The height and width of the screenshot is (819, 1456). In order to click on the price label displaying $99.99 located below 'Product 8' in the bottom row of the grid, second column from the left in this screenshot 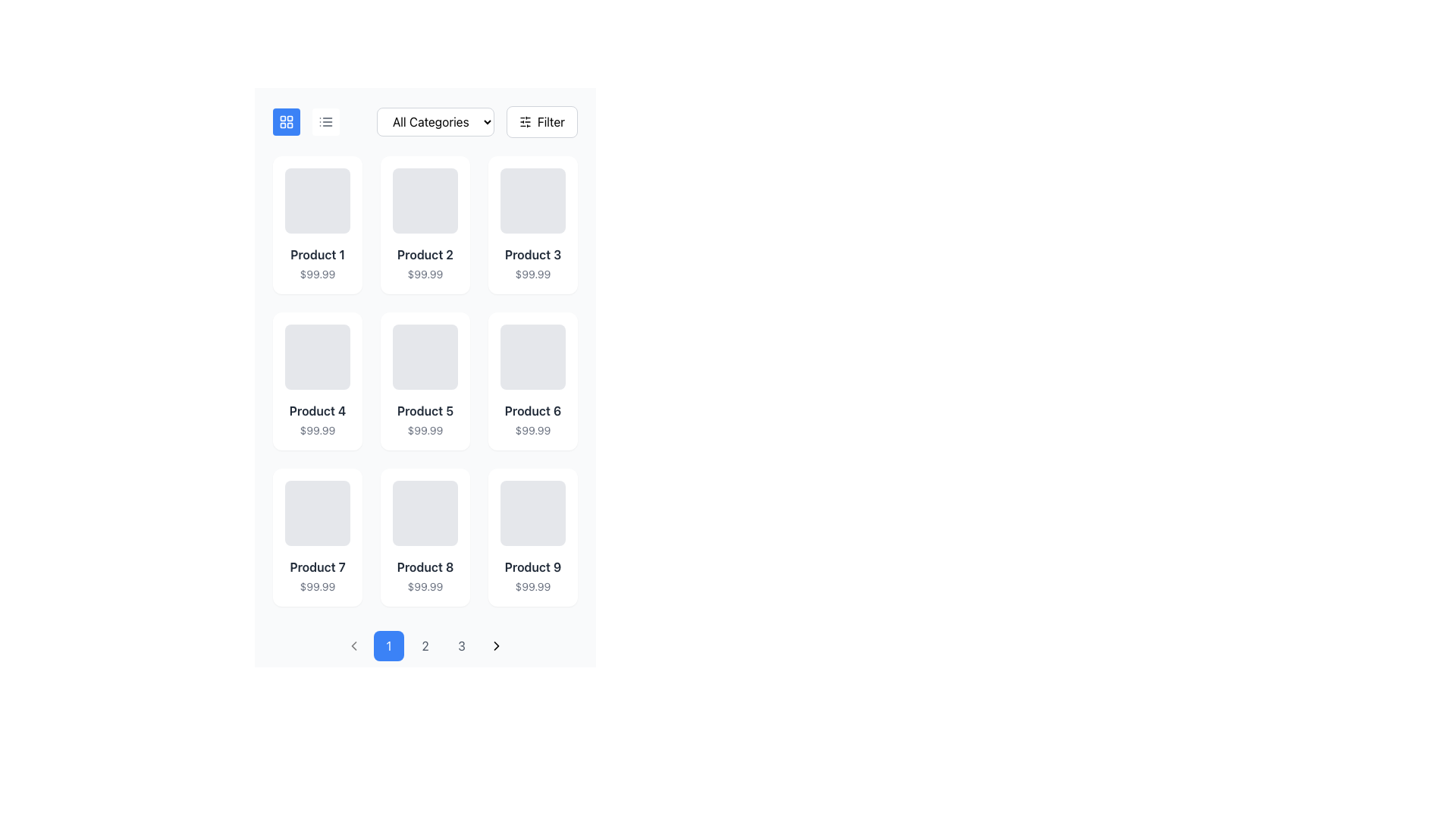, I will do `click(425, 586)`.